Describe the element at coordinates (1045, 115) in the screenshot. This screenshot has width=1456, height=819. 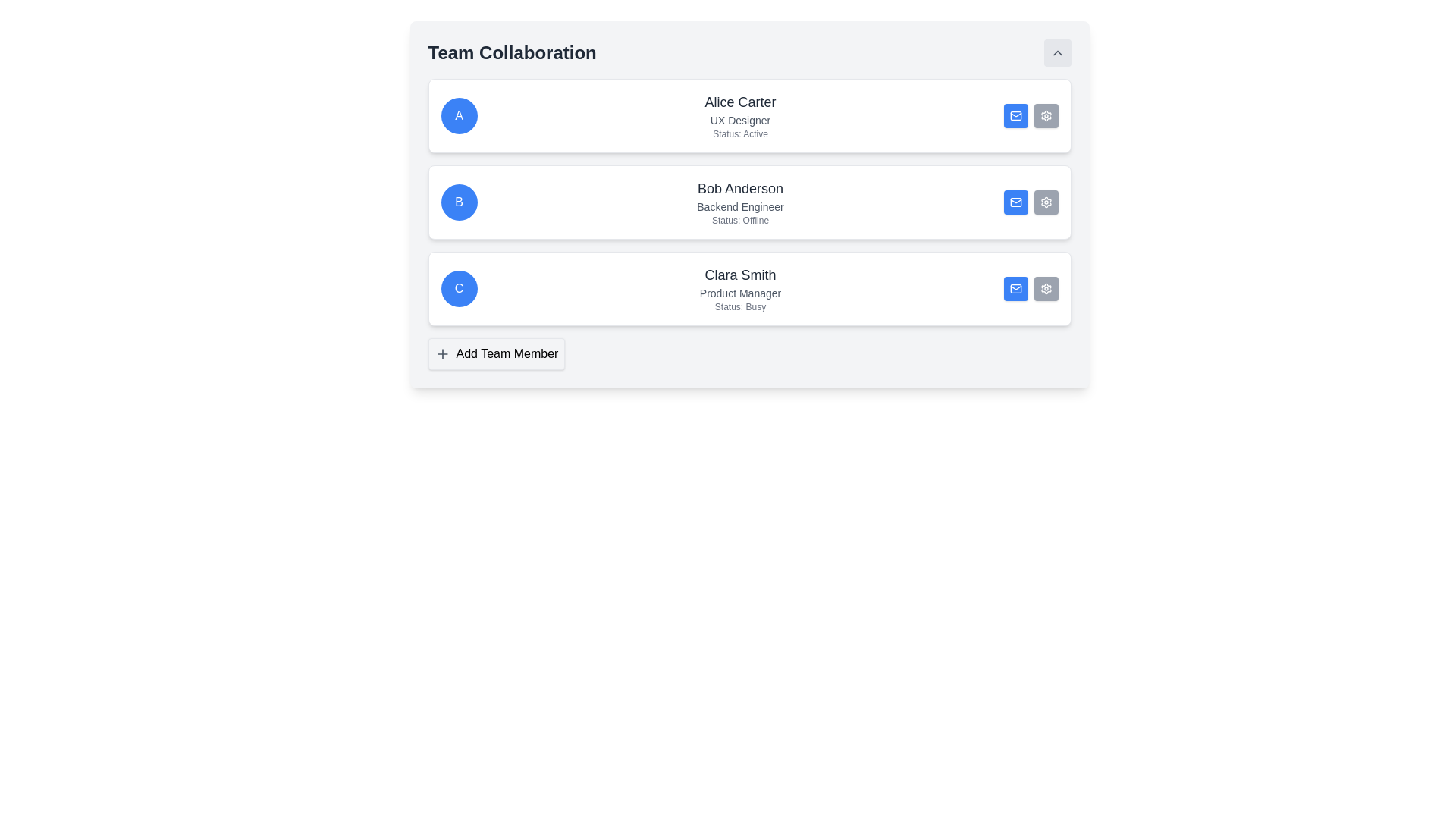
I see `the square gray button with a white gear icon, located to the right of the blue button with a white envelope icon, to observe the hover effect` at that location.